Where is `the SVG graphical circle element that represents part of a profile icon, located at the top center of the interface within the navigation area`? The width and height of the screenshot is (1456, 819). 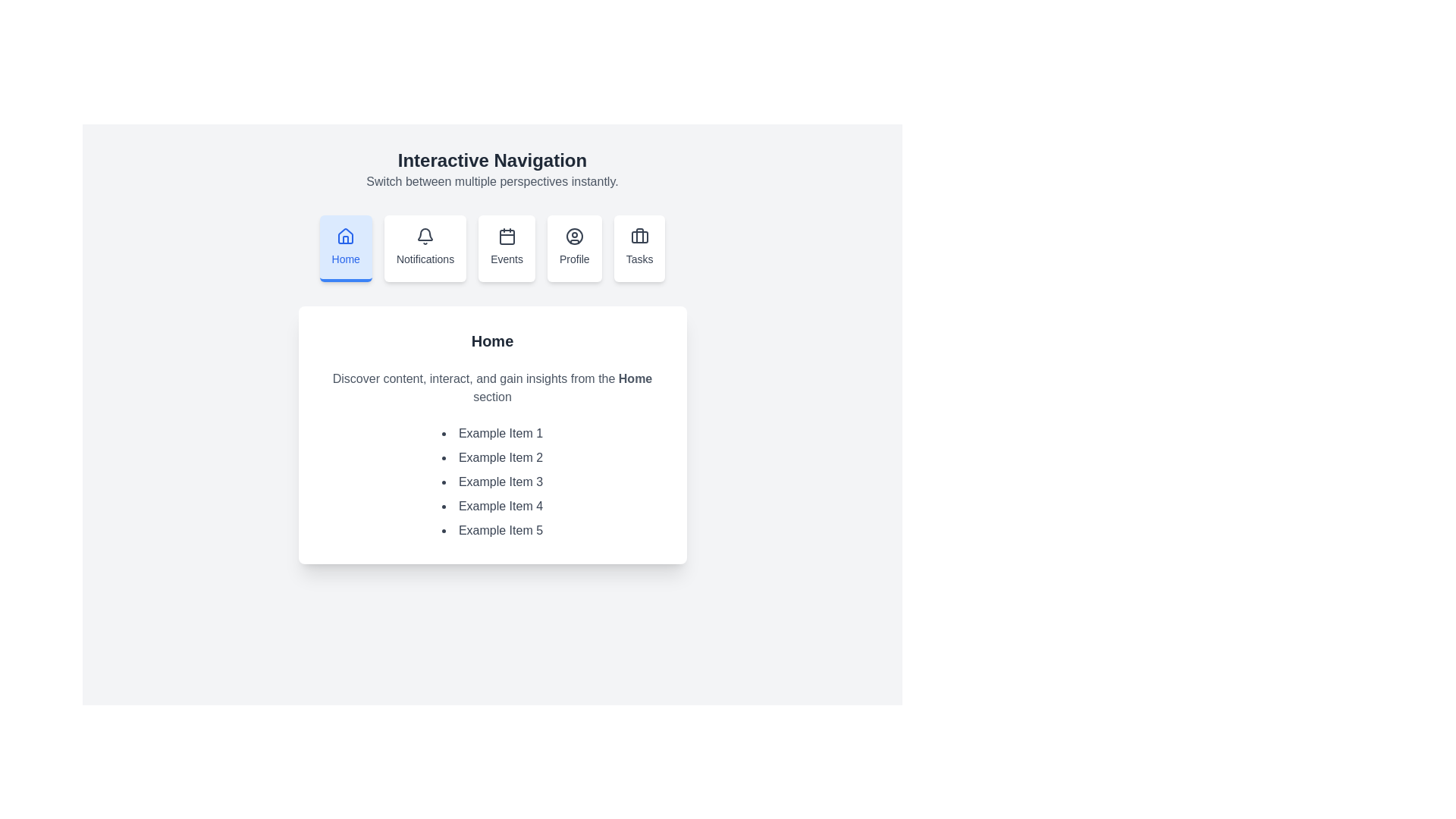 the SVG graphical circle element that represents part of a profile icon, located at the top center of the interface within the navigation area is located at coordinates (573, 237).